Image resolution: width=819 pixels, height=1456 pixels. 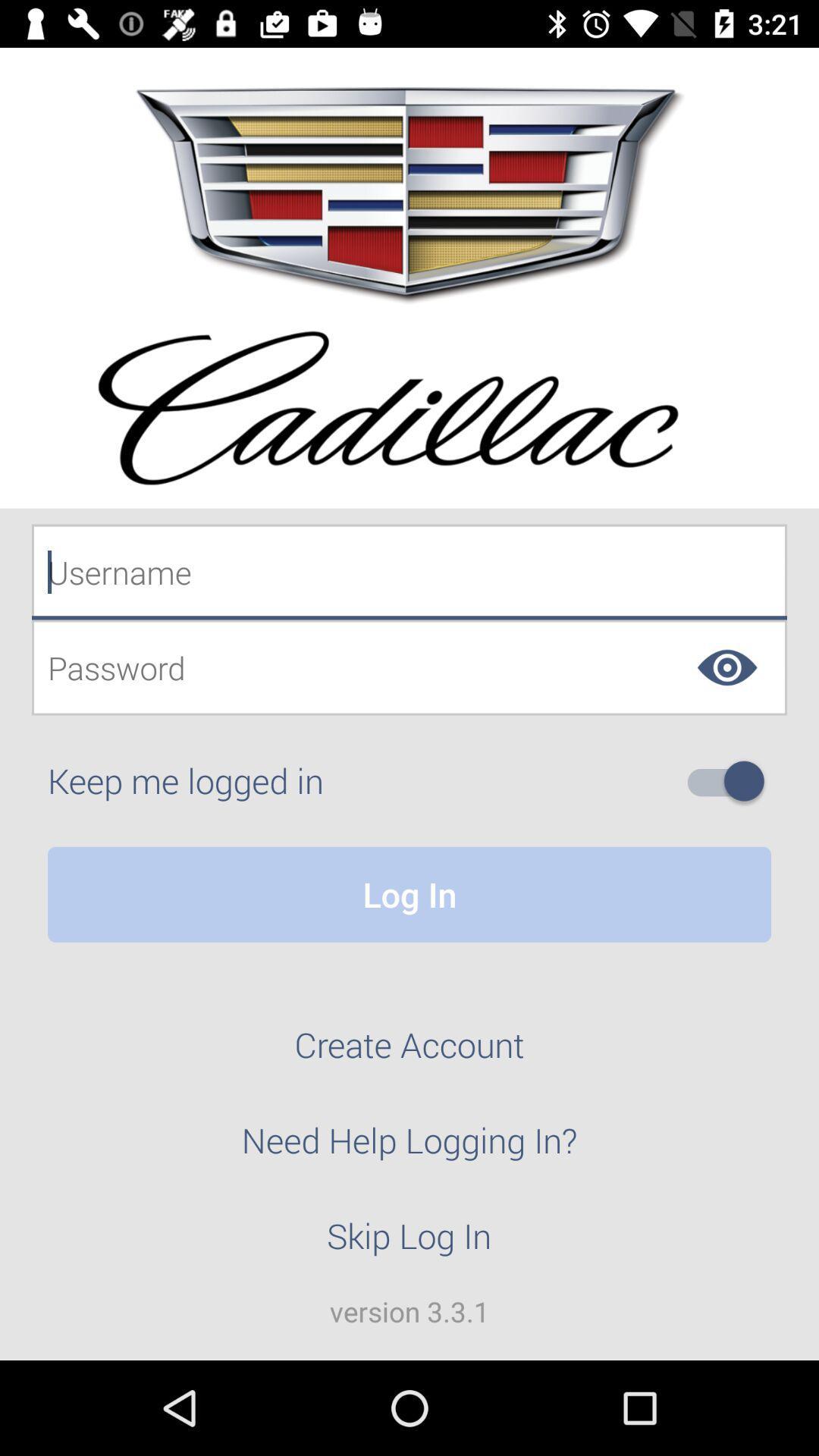 What do you see at coordinates (409, 667) in the screenshot?
I see `type password box` at bounding box center [409, 667].